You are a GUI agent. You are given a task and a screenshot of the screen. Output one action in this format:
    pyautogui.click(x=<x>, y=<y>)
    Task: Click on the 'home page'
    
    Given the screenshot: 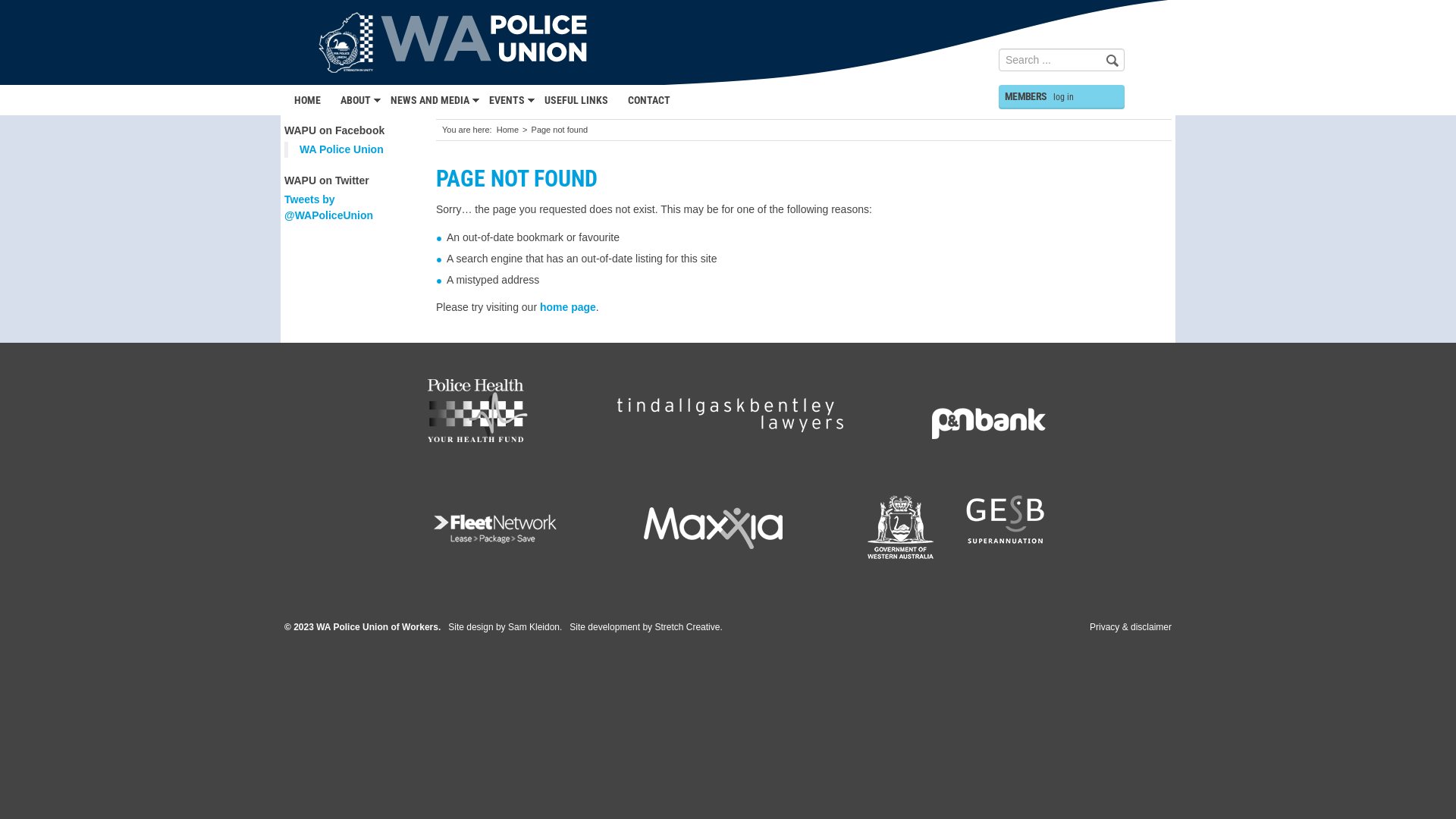 What is the action you would take?
    pyautogui.click(x=539, y=307)
    